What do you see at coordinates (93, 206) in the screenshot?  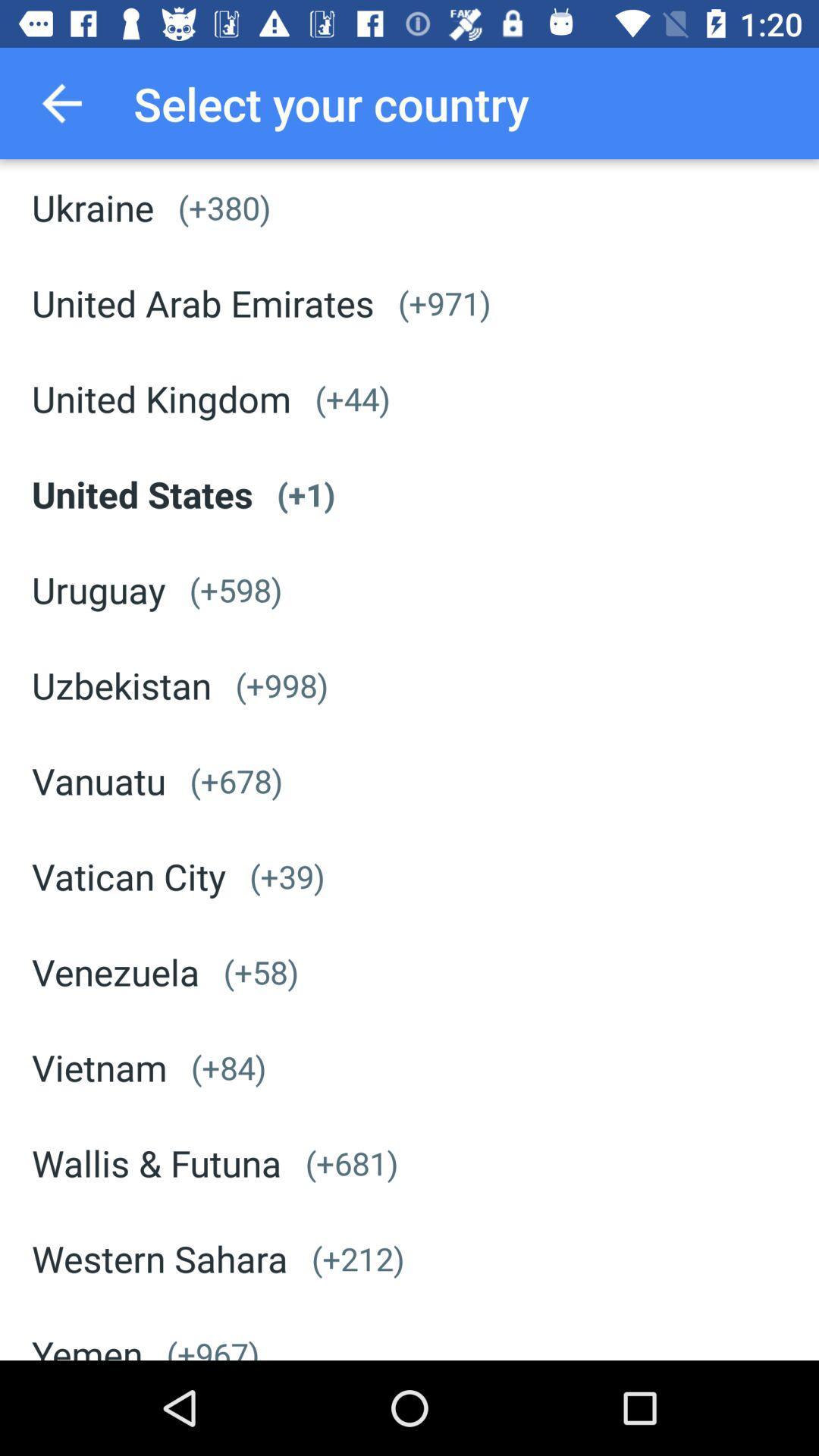 I see `the icon next to the (+380) app` at bounding box center [93, 206].